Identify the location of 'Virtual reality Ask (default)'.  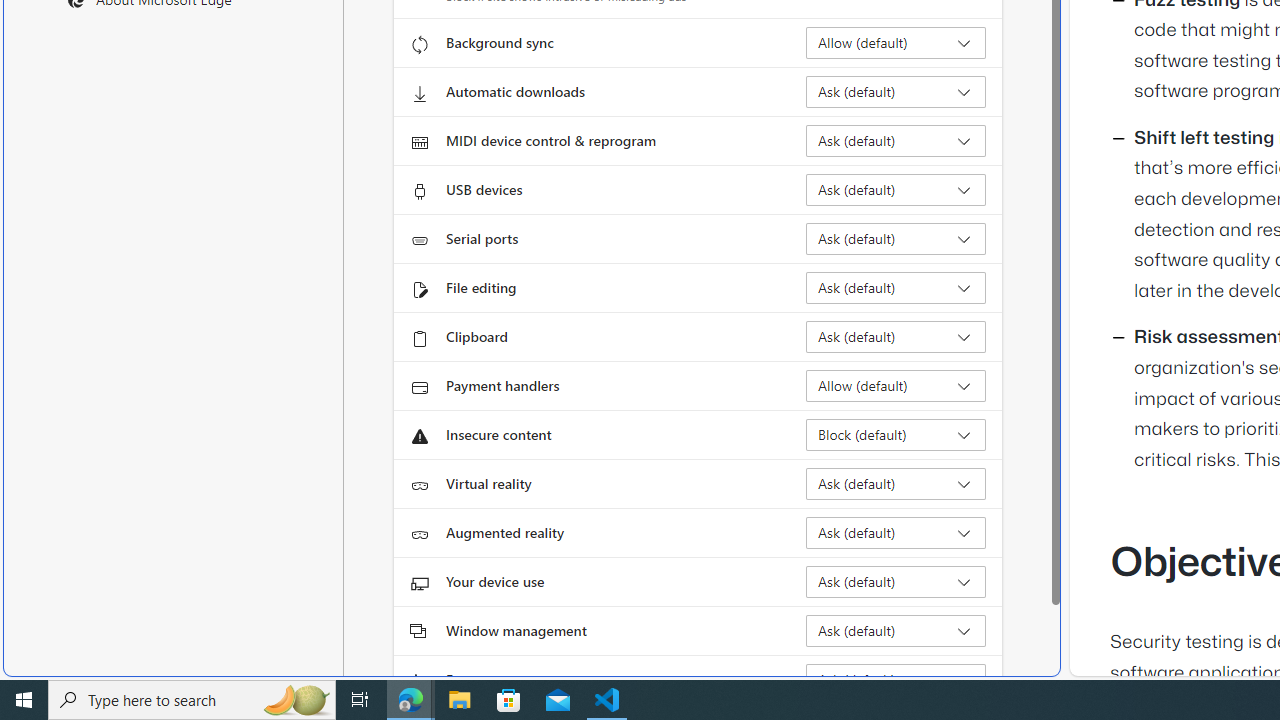
(895, 483).